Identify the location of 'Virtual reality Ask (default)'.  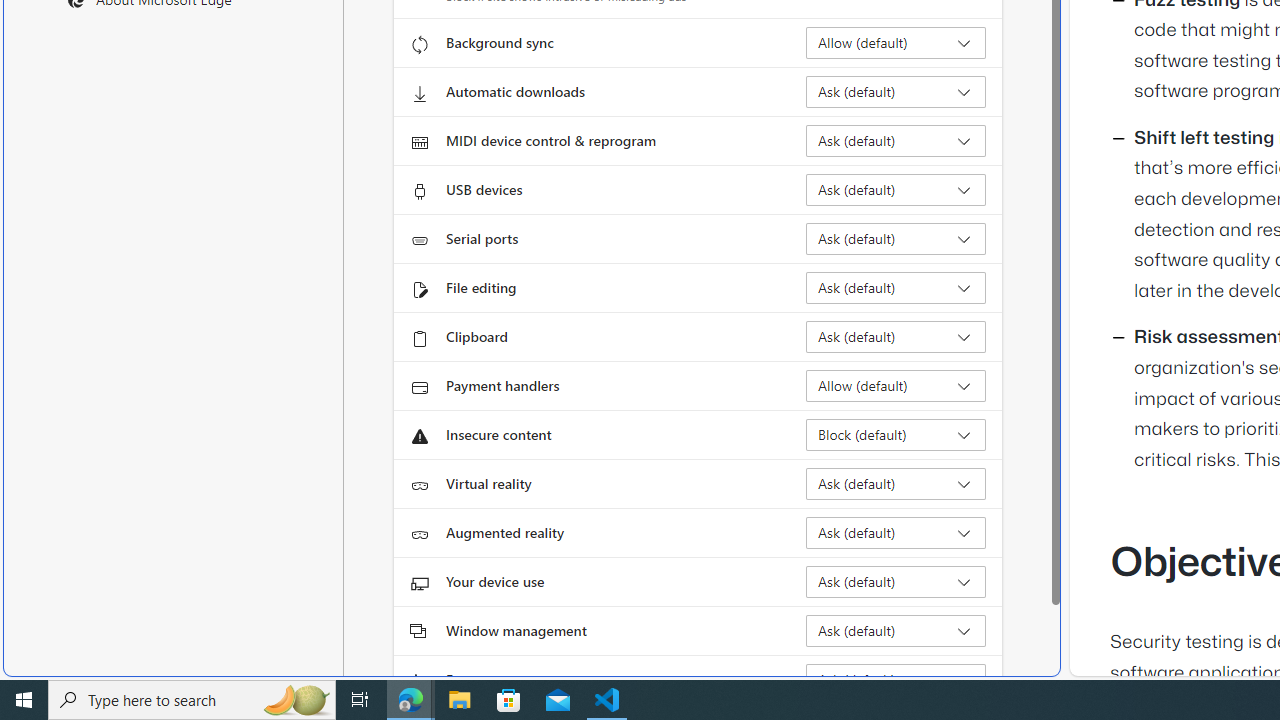
(895, 483).